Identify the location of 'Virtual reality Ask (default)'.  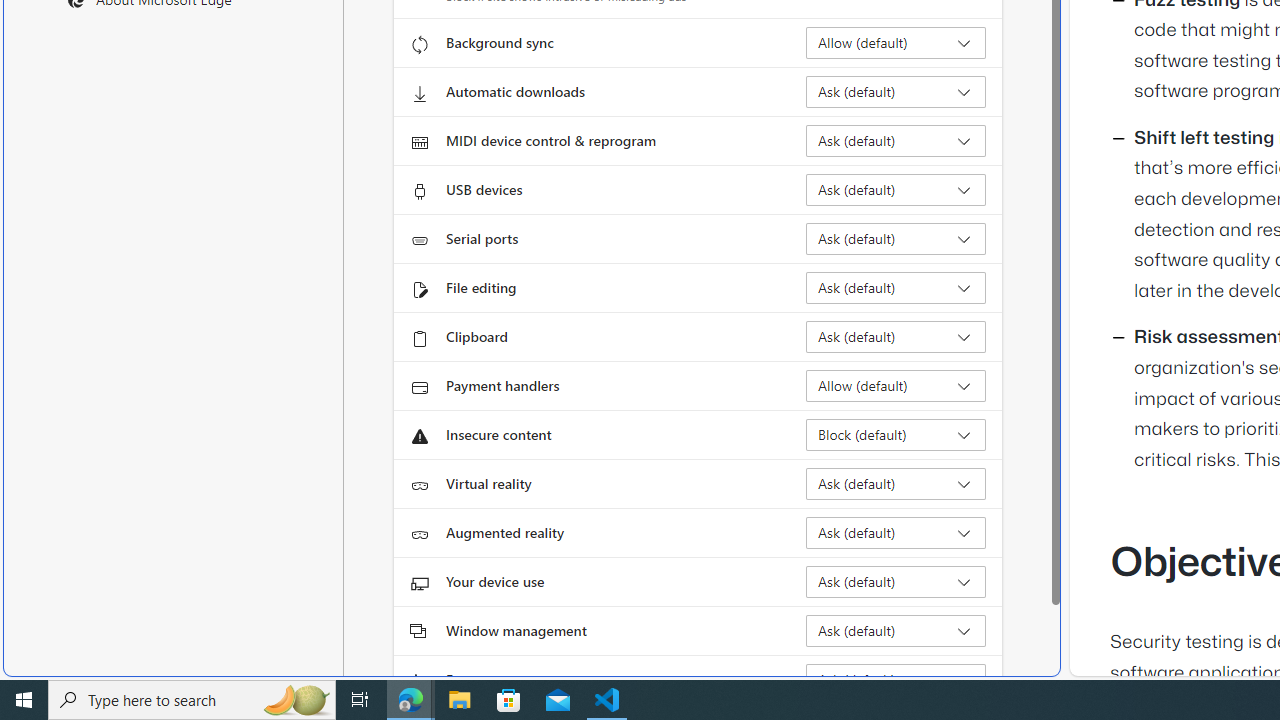
(895, 483).